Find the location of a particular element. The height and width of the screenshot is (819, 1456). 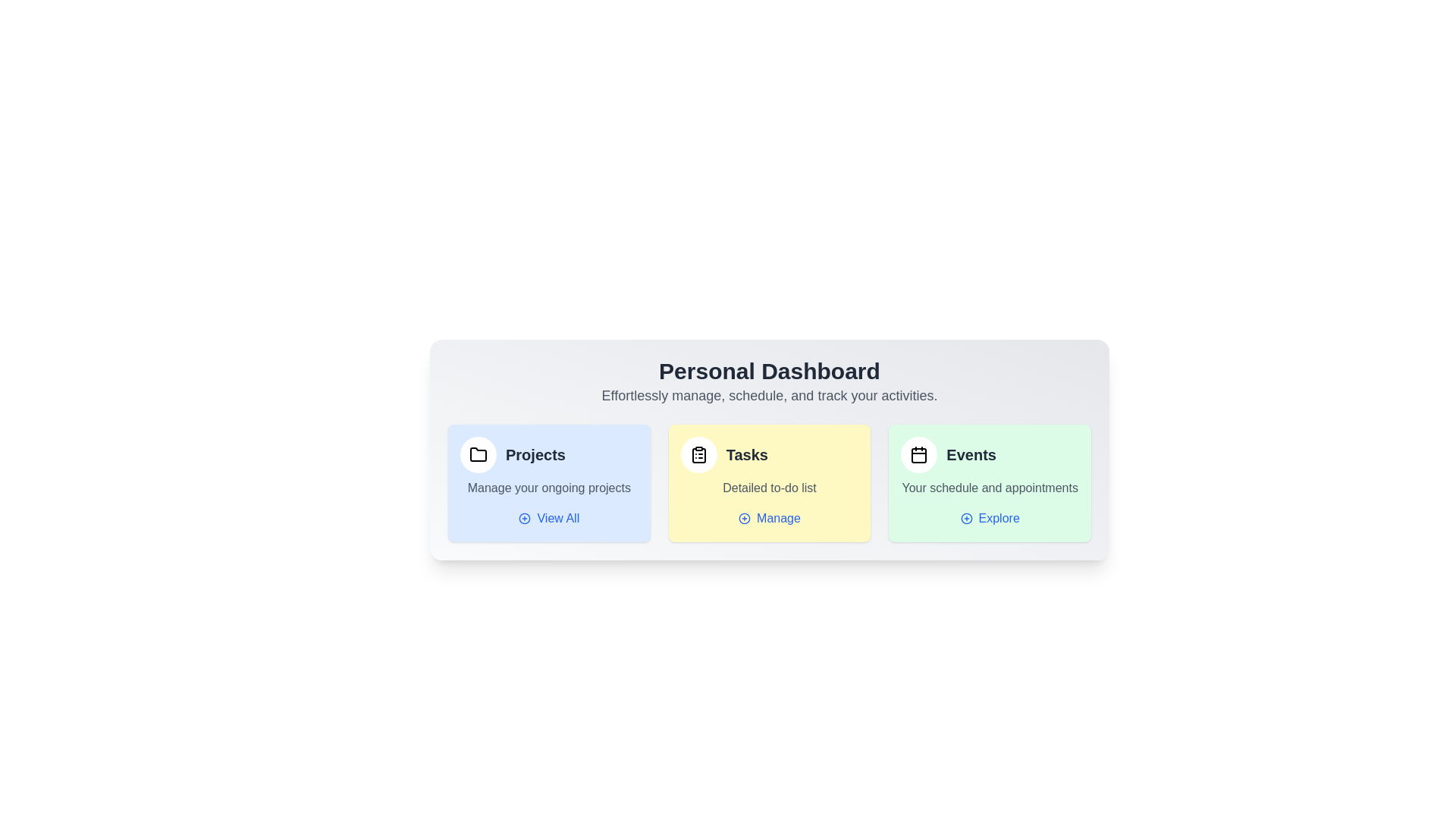

the 'Explore' button in the 'Events' section is located at coordinates (990, 517).